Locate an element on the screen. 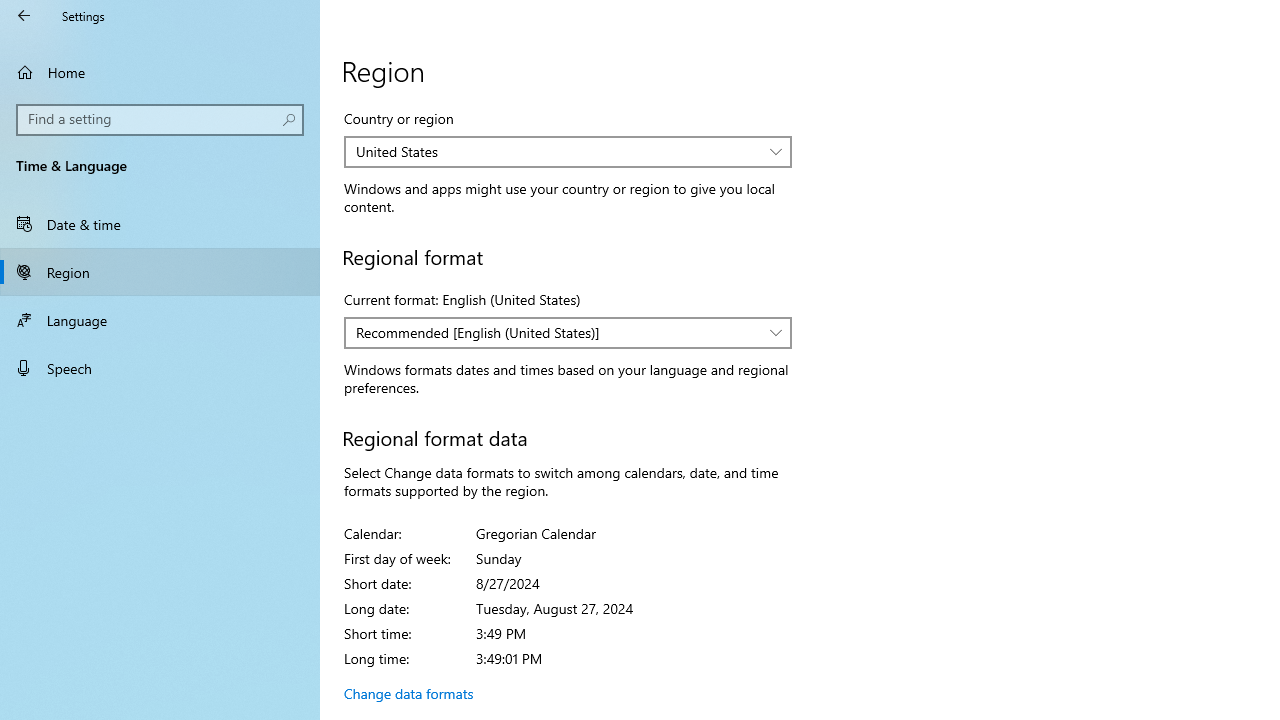 This screenshot has height=720, width=1280. 'Region' is located at coordinates (160, 271).